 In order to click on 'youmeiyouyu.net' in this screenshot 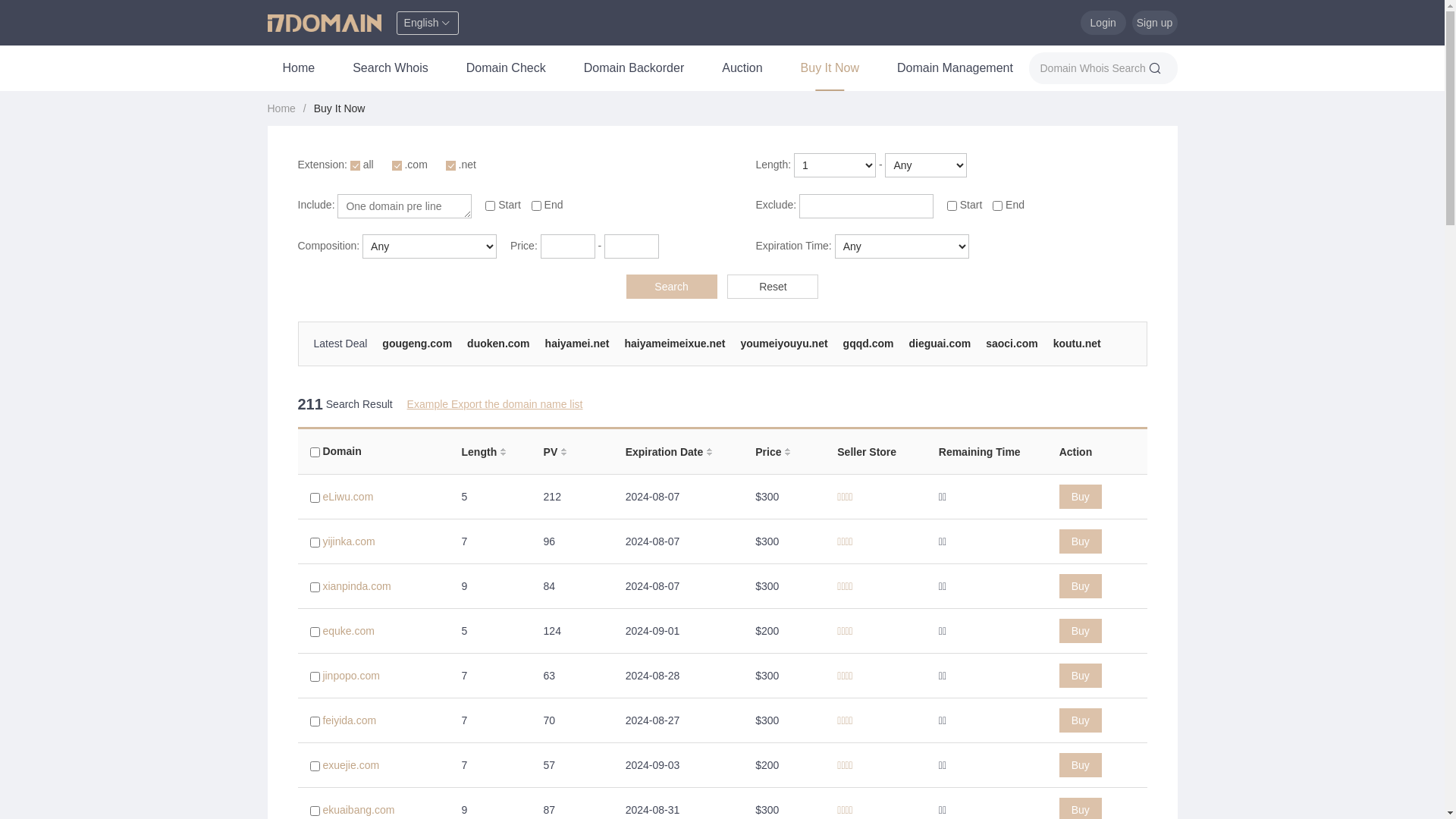, I will do `click(783, 343)`.